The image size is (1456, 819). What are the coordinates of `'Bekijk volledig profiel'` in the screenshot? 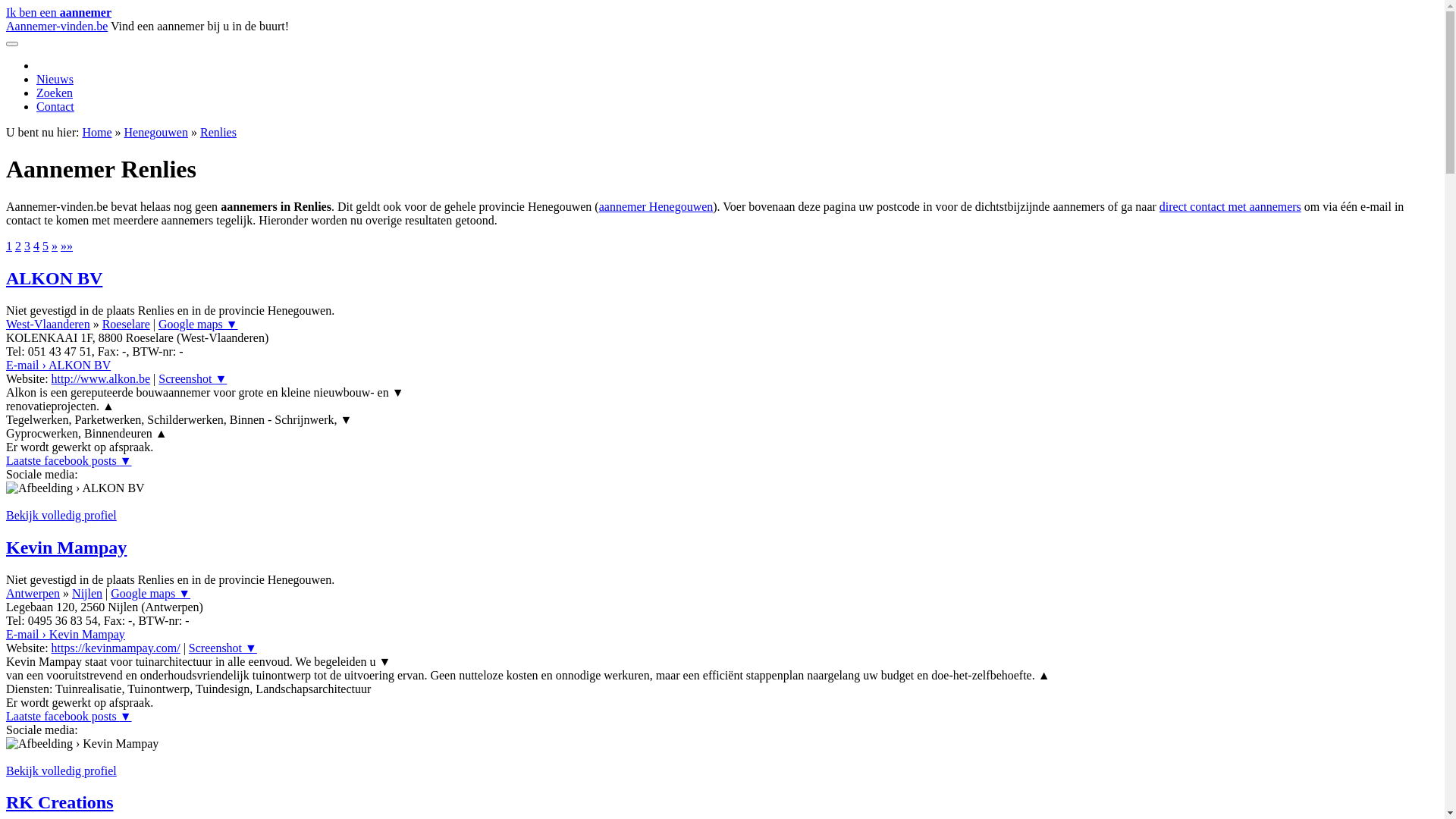 It's located at (6, 770).